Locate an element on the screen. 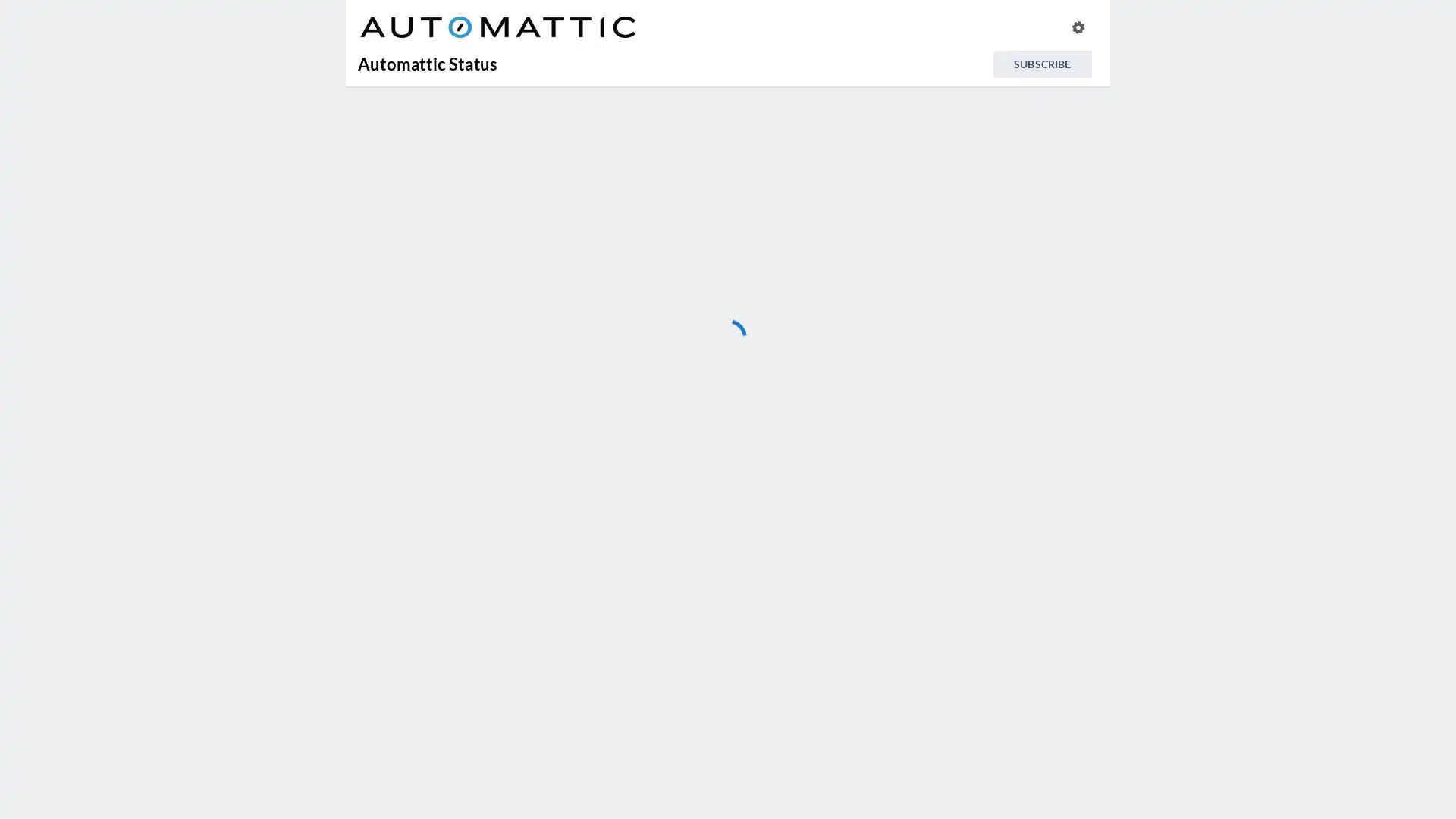 Image resolution: width=1456 pixels, height=819 pixels. Tumblr API Response Time : 186 ms is located at coordinates (635, 794).